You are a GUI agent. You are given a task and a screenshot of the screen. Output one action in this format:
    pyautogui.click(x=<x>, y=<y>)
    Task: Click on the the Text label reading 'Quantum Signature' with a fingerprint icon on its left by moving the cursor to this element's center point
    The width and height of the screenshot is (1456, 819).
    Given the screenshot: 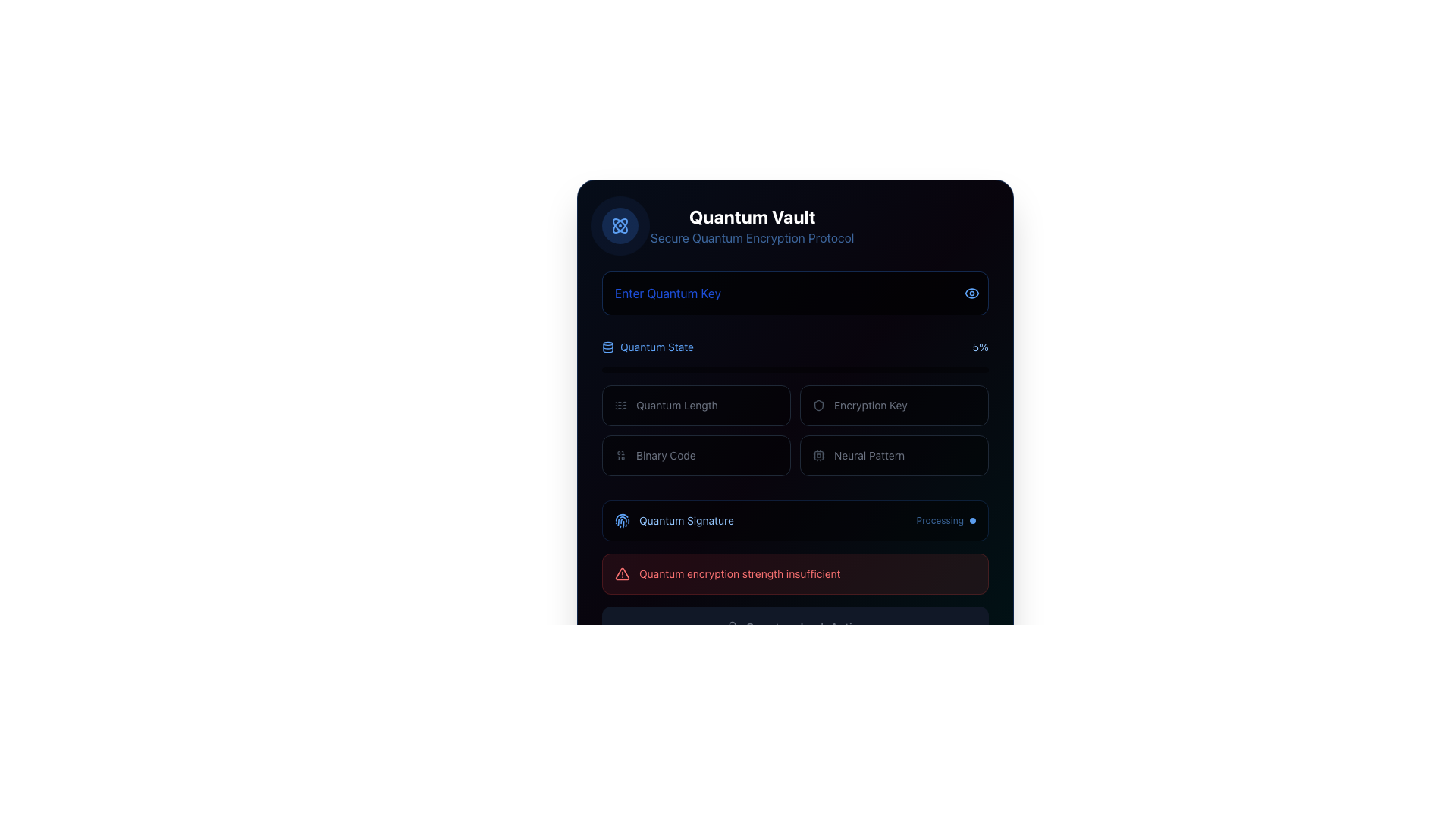 What is the action you would take?
    pyautogui.click(x=673, y=519)
    